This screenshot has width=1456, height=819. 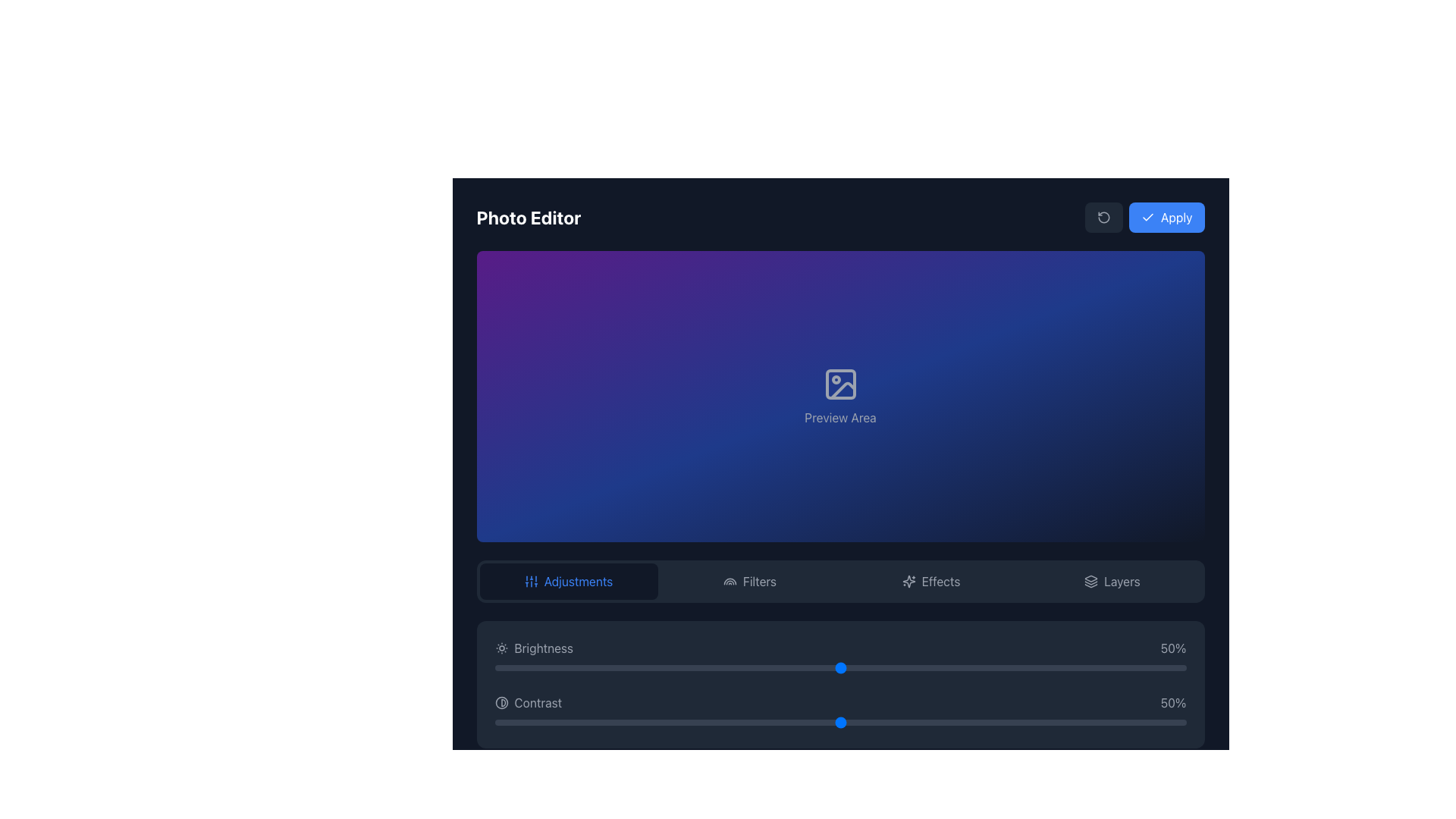 I want to click on the Text Label at the top-left corner of the photo editing application interface, which serves as a title or heading for the current section, so click(x=529, y=217).